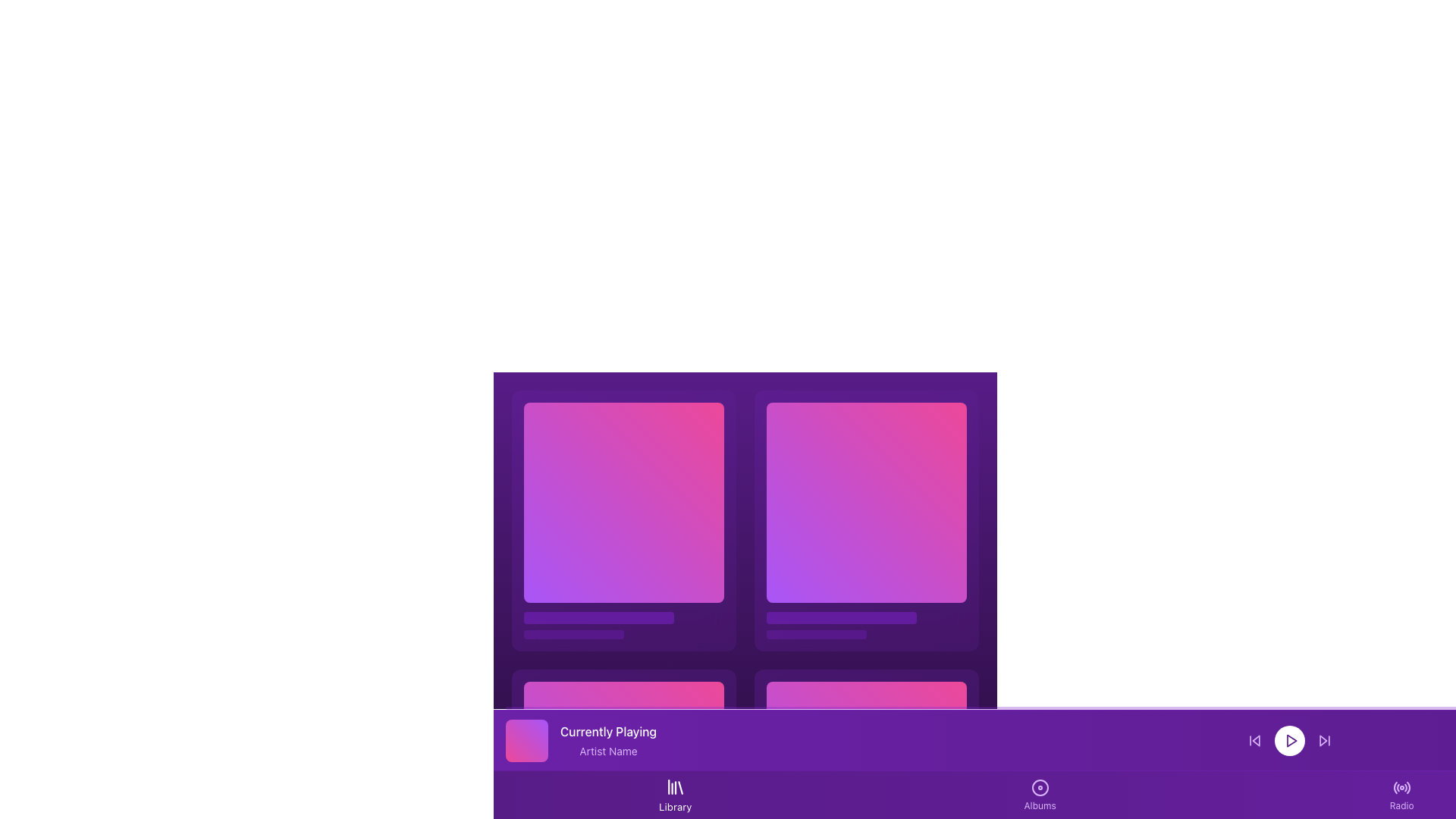  I want to click on the 'Albums' icon located on the bottom navigation bar, positioned above the text 'Albums', so click(1039, 786).